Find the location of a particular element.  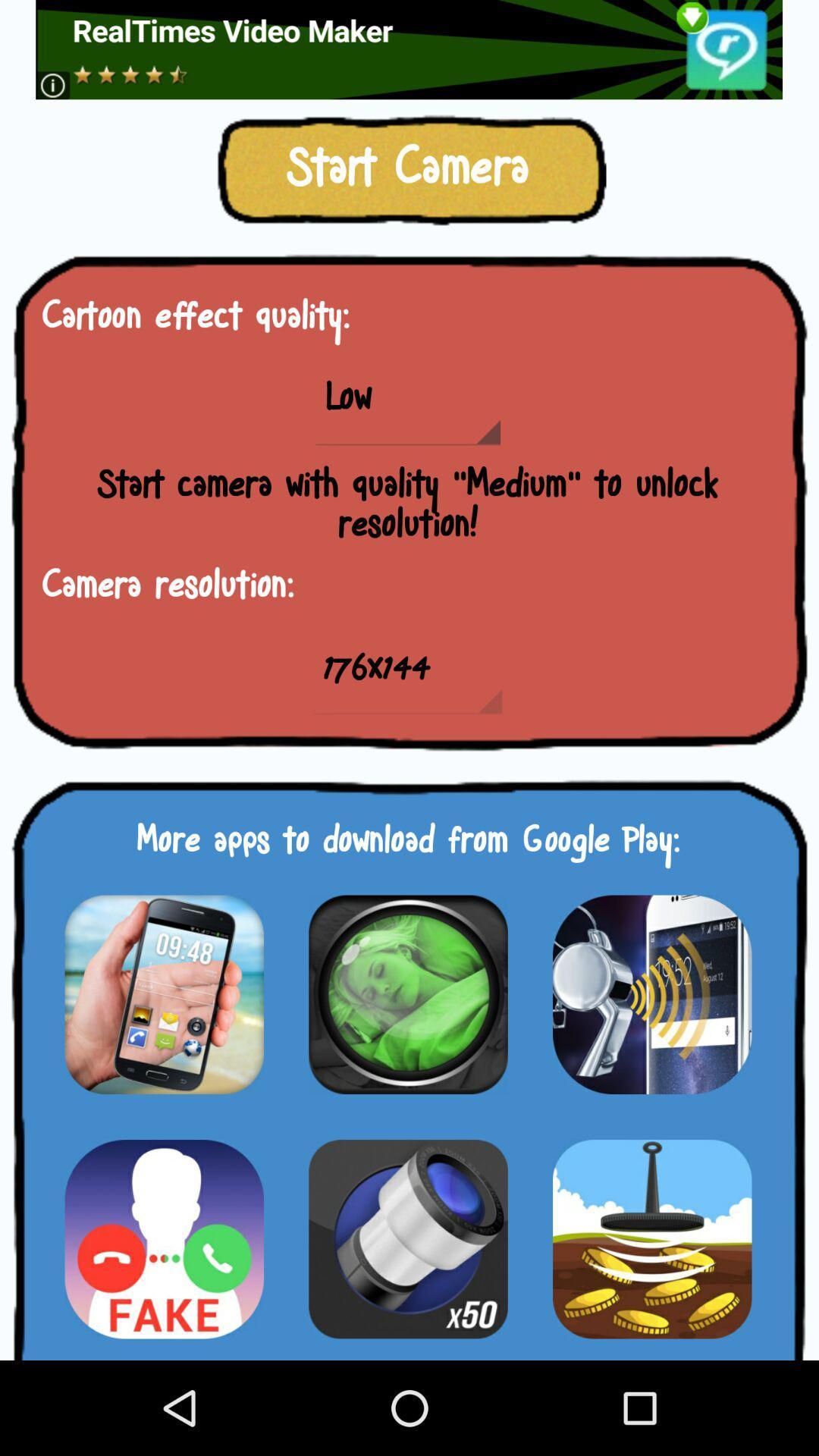

advertisement is located at coordinates (408, 49).